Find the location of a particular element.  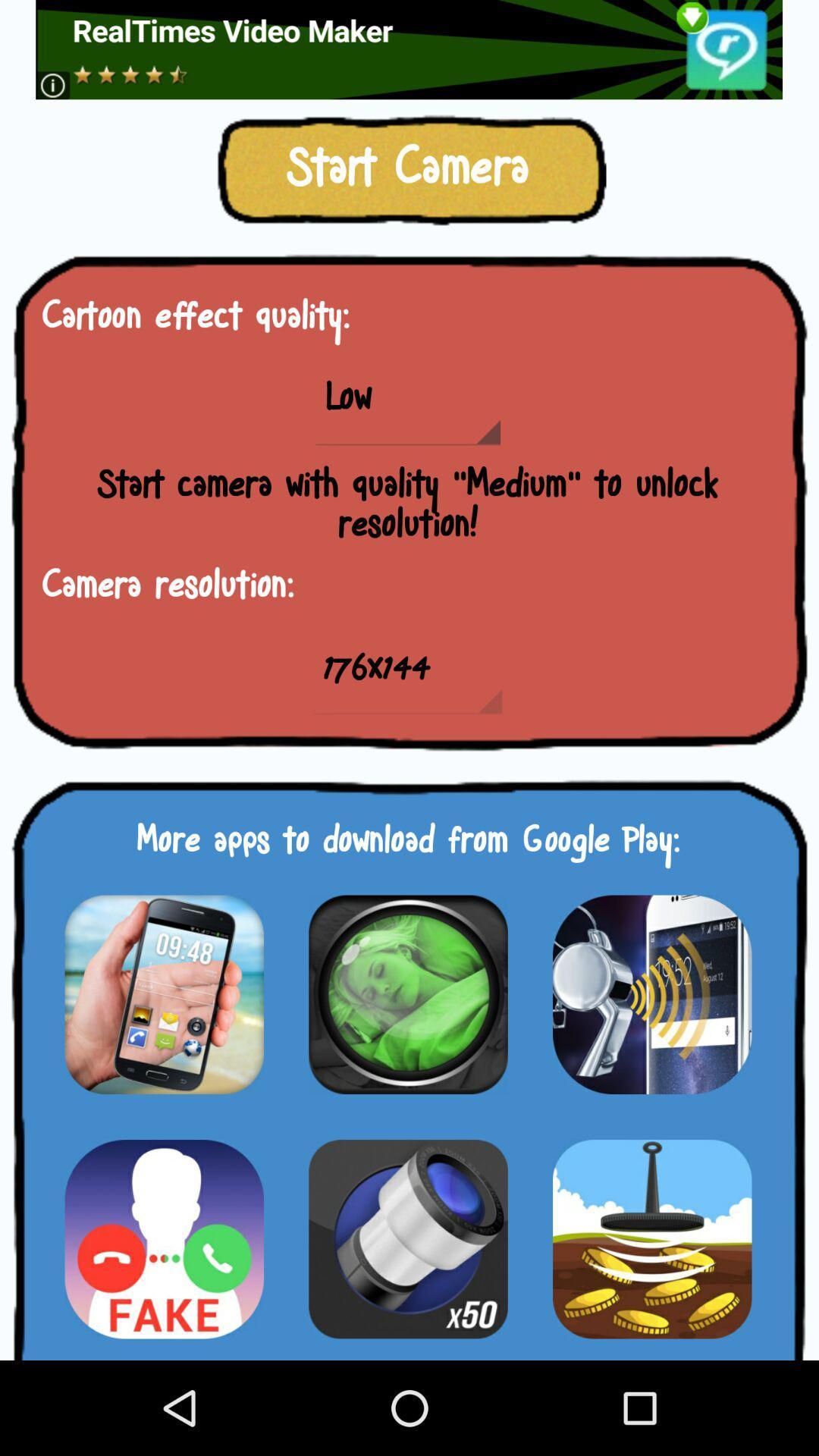

advertisement is located at coordinates (408, 49).